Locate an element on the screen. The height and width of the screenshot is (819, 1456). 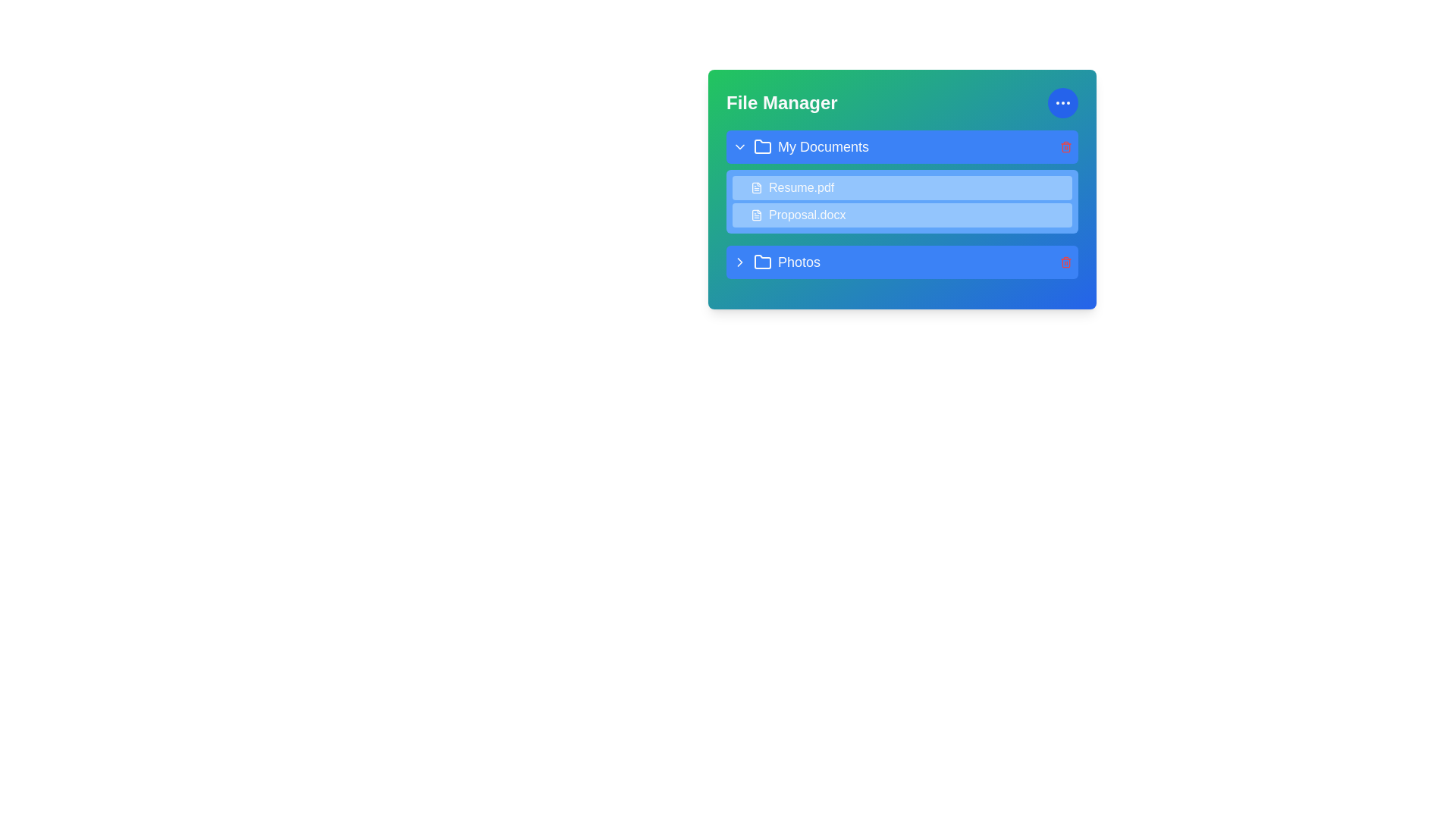
the file type icon representing 'Resume.pdf' located on the left side of its row is located at coordinates (757, 187).